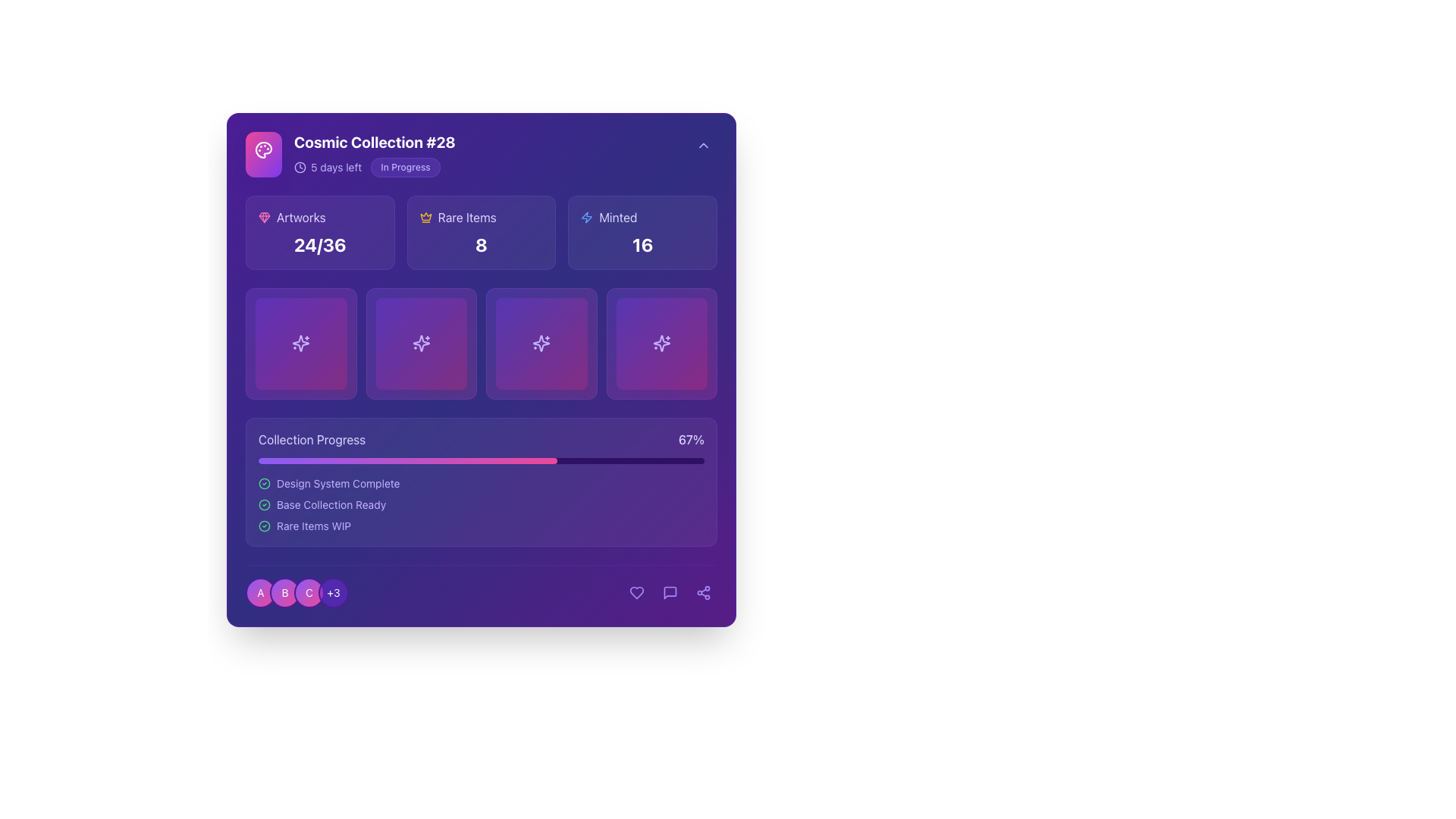  Describe the element at coordinates (319, 244) in the screenshot. I see `the text label displaying '24/36' in bold, large white font located in the 'Artworks' section of the interface` at that location.